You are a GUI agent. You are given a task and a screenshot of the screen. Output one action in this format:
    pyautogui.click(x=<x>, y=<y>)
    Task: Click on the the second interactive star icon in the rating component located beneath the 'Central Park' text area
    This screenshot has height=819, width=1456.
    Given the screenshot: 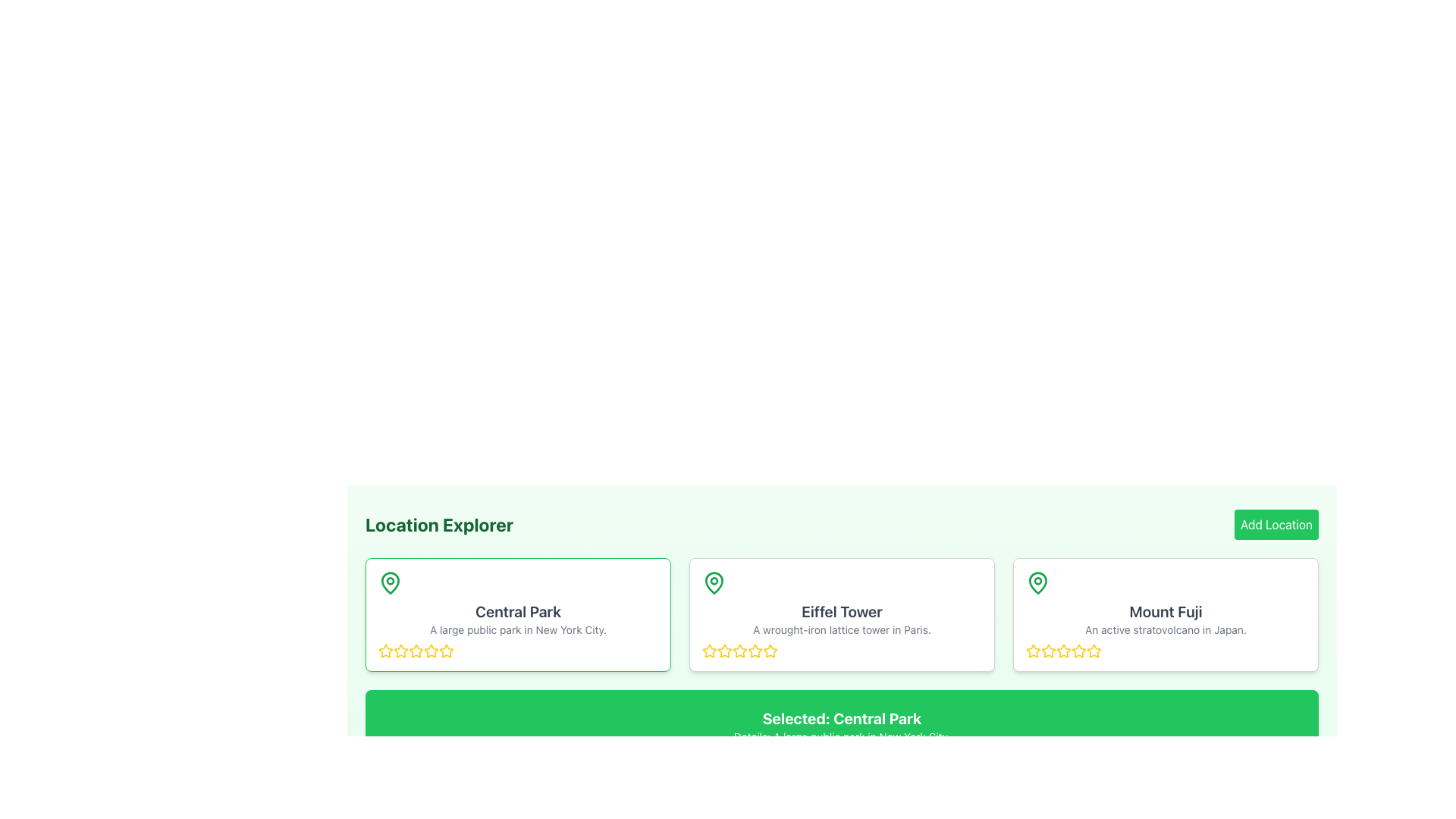 What is the action you would take?
    pyautogui.click(x=416, y=650)
    